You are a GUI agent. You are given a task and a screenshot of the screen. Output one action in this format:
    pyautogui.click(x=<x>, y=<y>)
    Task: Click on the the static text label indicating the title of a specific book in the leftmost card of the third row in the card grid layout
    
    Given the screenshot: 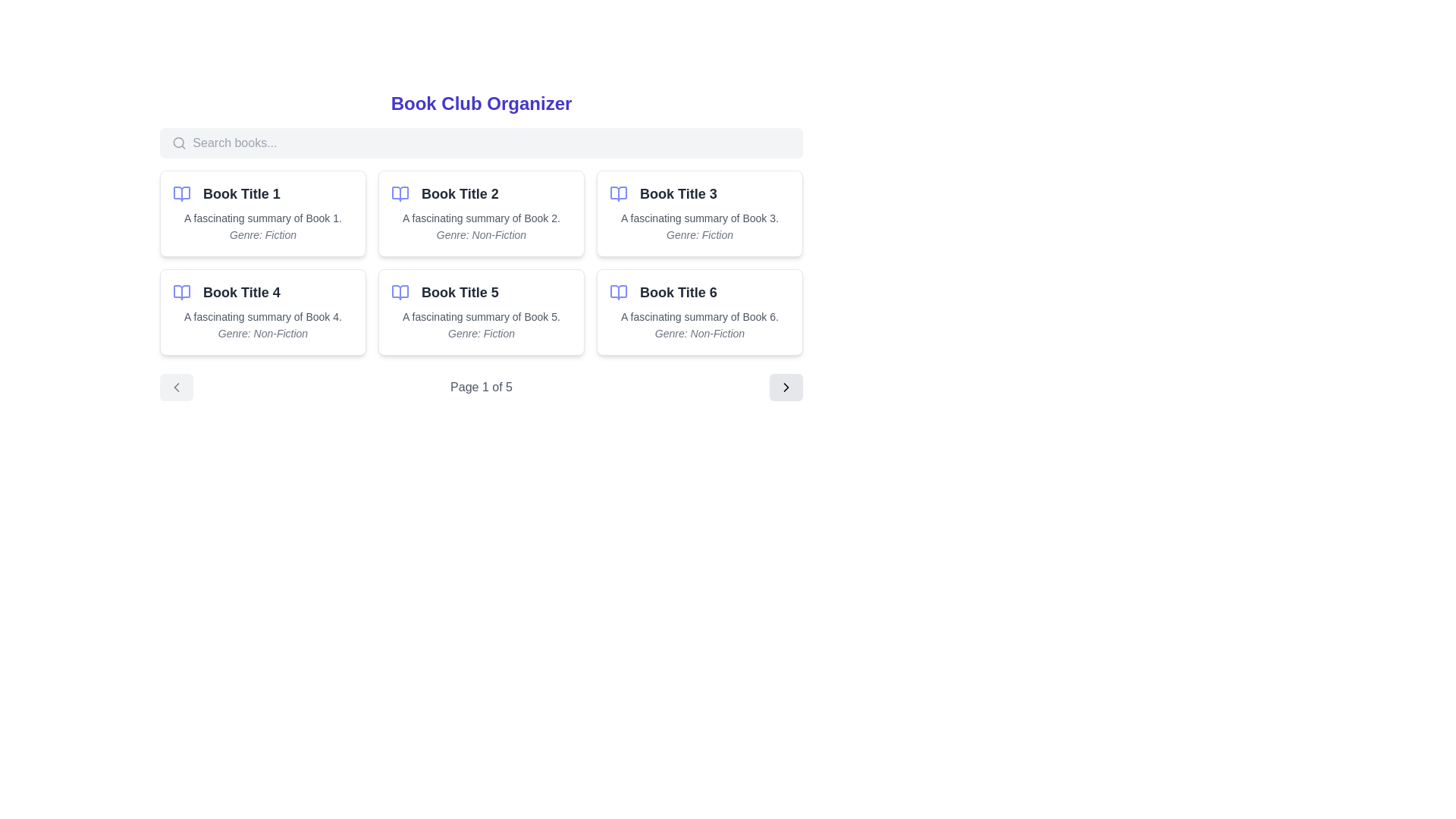 What is the action you would take?
    pyautogui.click(x=459, y=292)
    